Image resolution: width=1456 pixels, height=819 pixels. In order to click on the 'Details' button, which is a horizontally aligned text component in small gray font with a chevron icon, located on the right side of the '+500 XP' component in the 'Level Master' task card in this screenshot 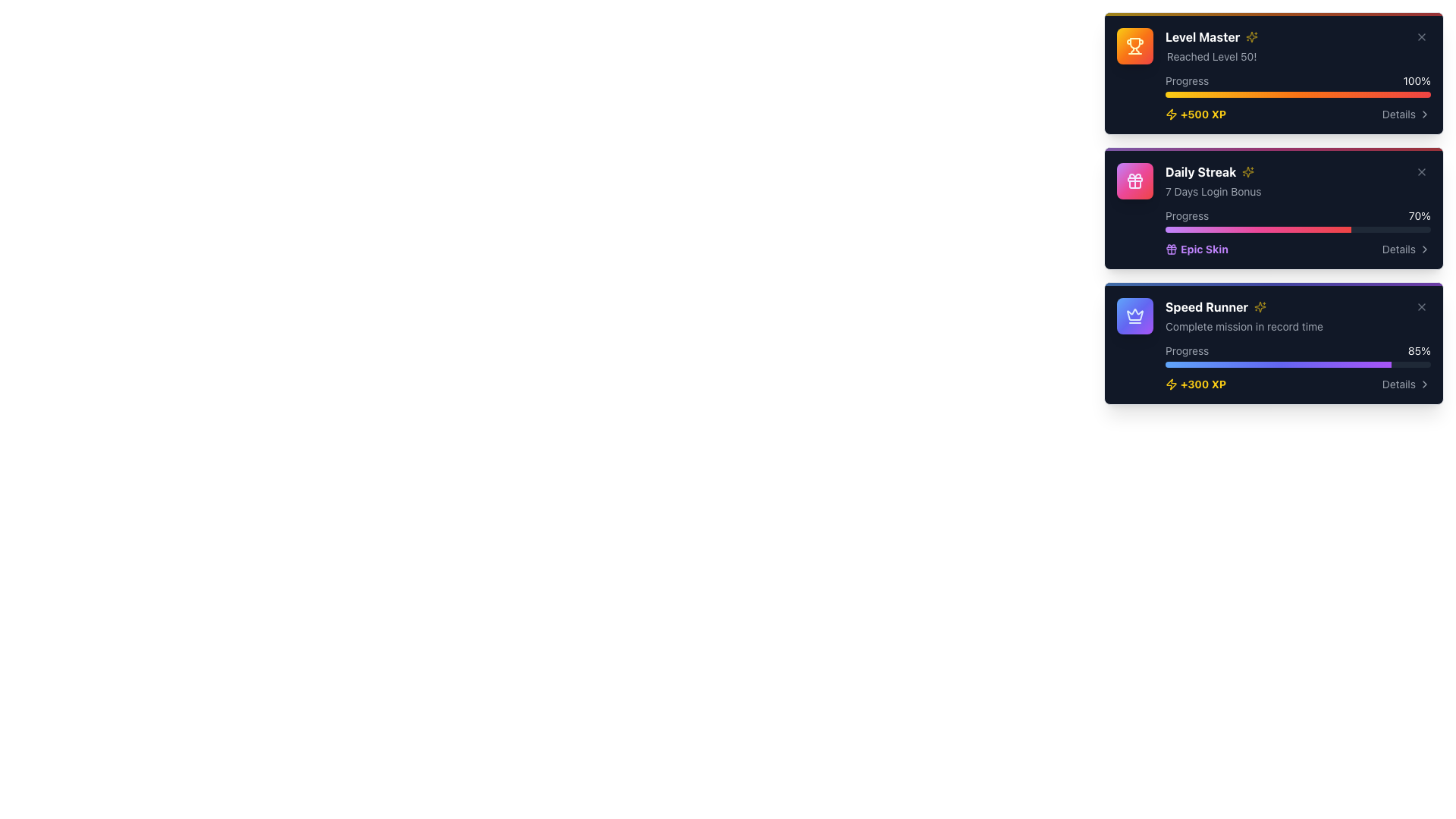, I will do `click(1405, 113)`.